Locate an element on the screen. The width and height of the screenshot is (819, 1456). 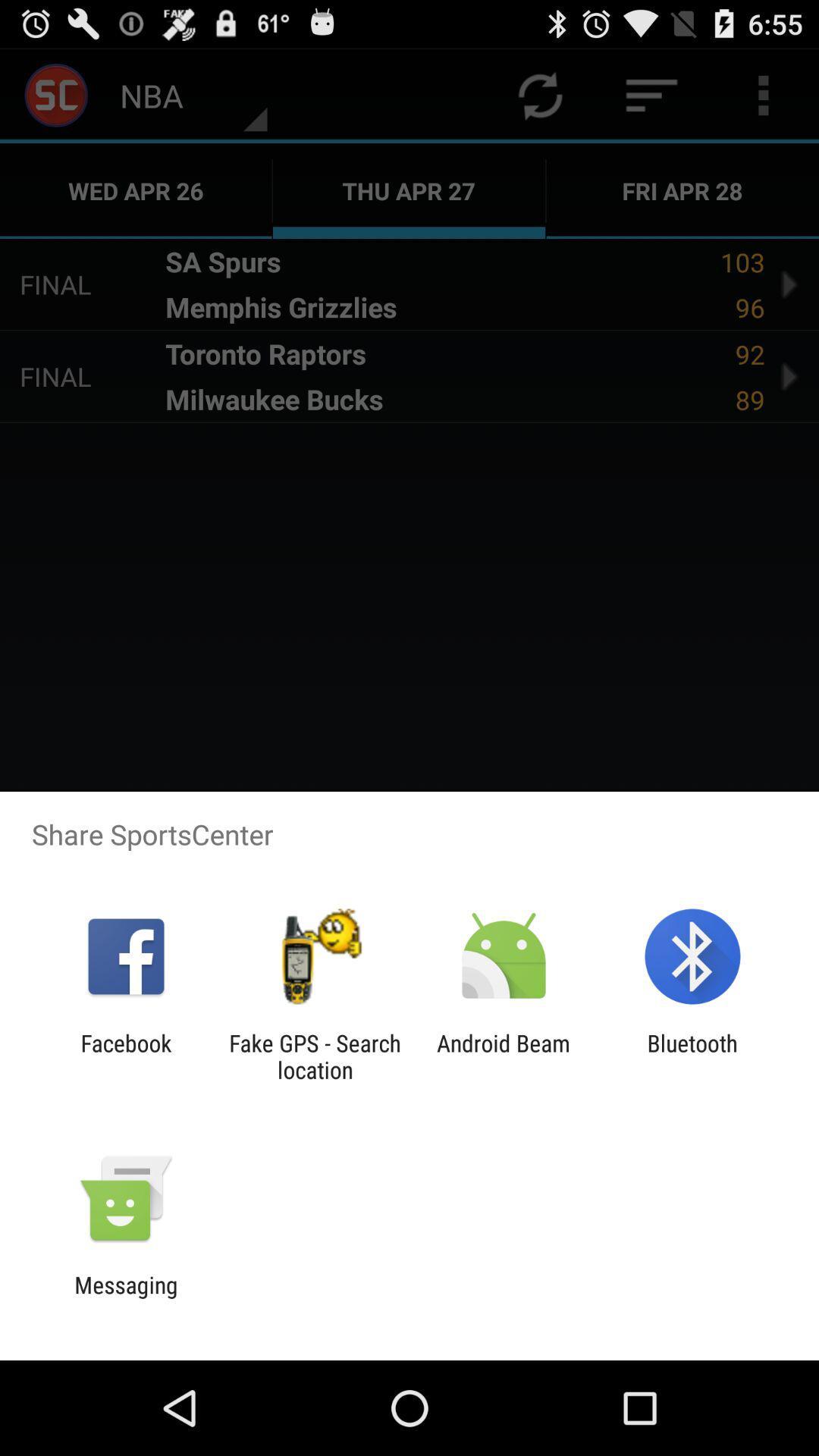
android beam item is located at coordinates (504, 1056).